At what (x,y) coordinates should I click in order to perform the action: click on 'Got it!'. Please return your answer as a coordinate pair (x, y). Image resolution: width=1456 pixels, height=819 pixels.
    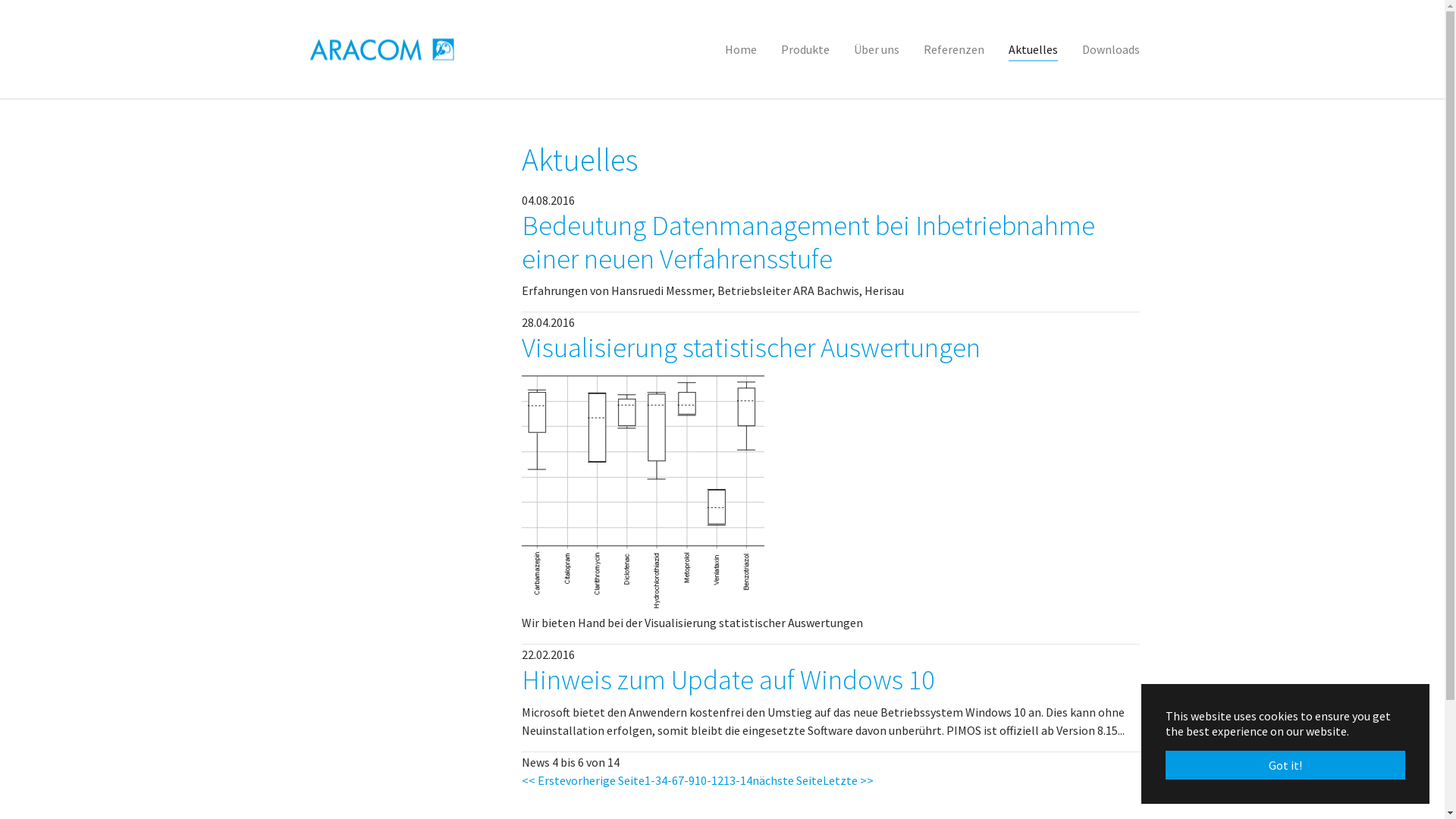
    Looking at the image, I should click on (1284, 765).